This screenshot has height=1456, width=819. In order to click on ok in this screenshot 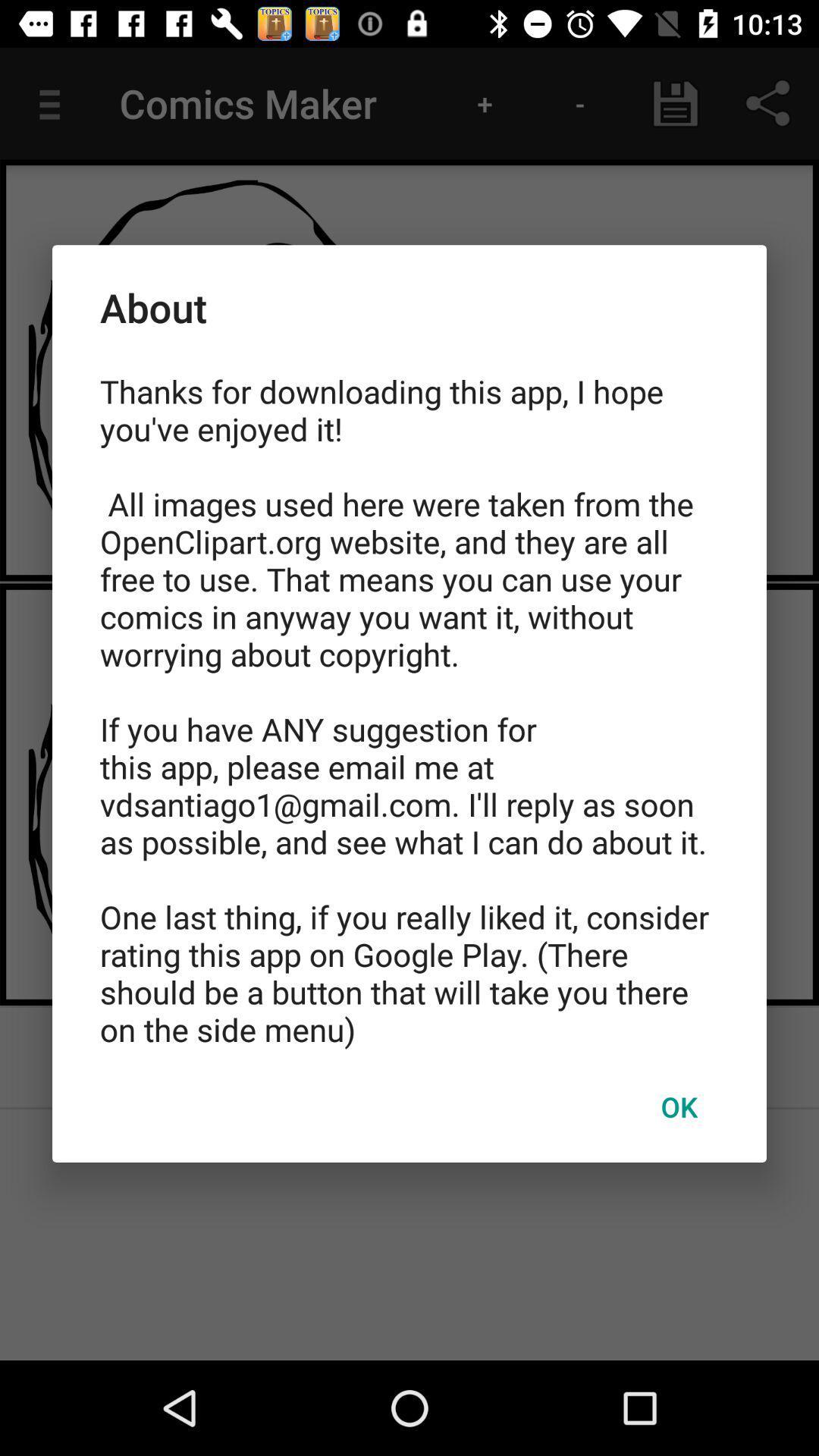, I will do `click(678, 1106)`.